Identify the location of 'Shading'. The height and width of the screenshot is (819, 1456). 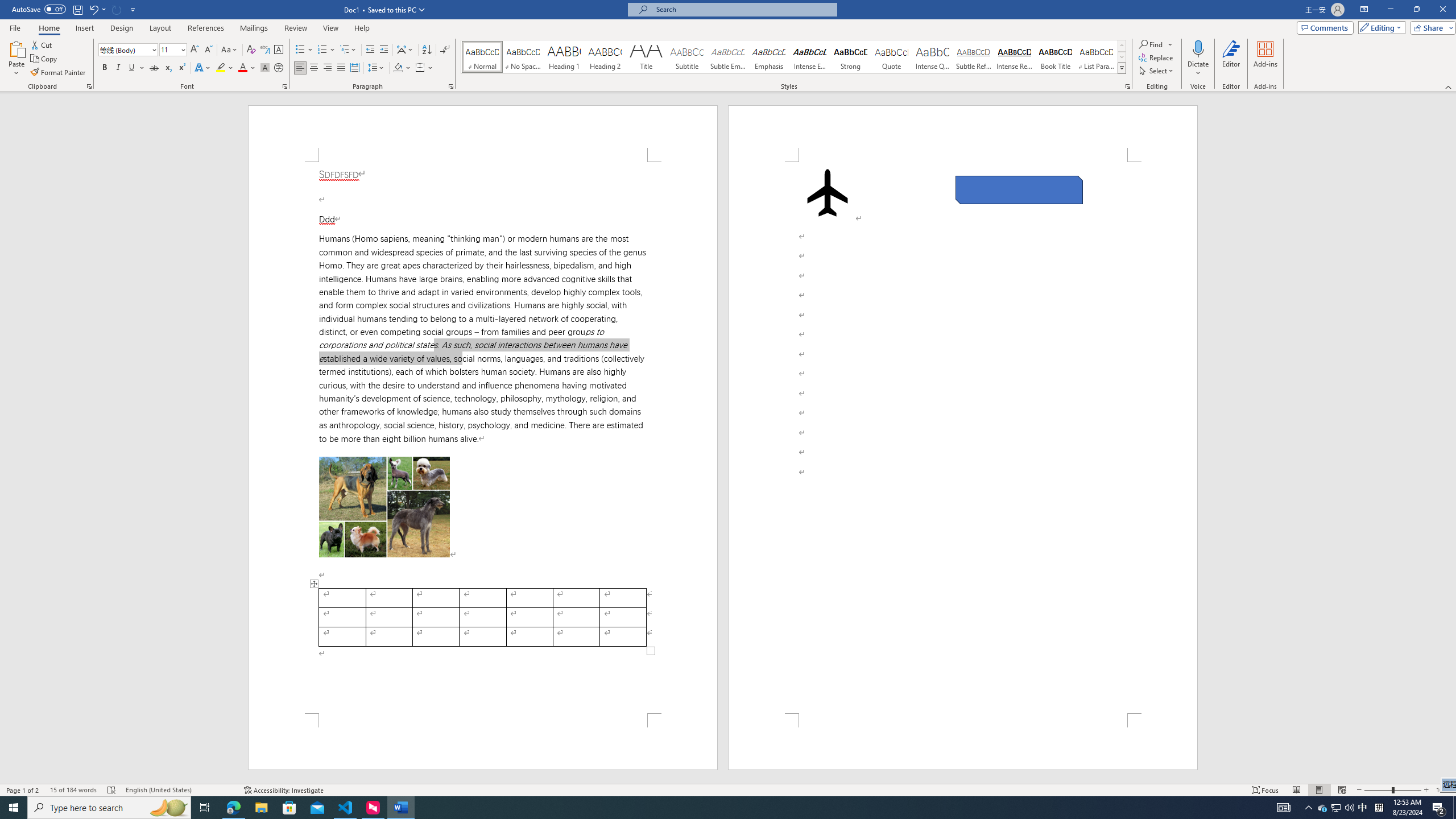
(402, 67).